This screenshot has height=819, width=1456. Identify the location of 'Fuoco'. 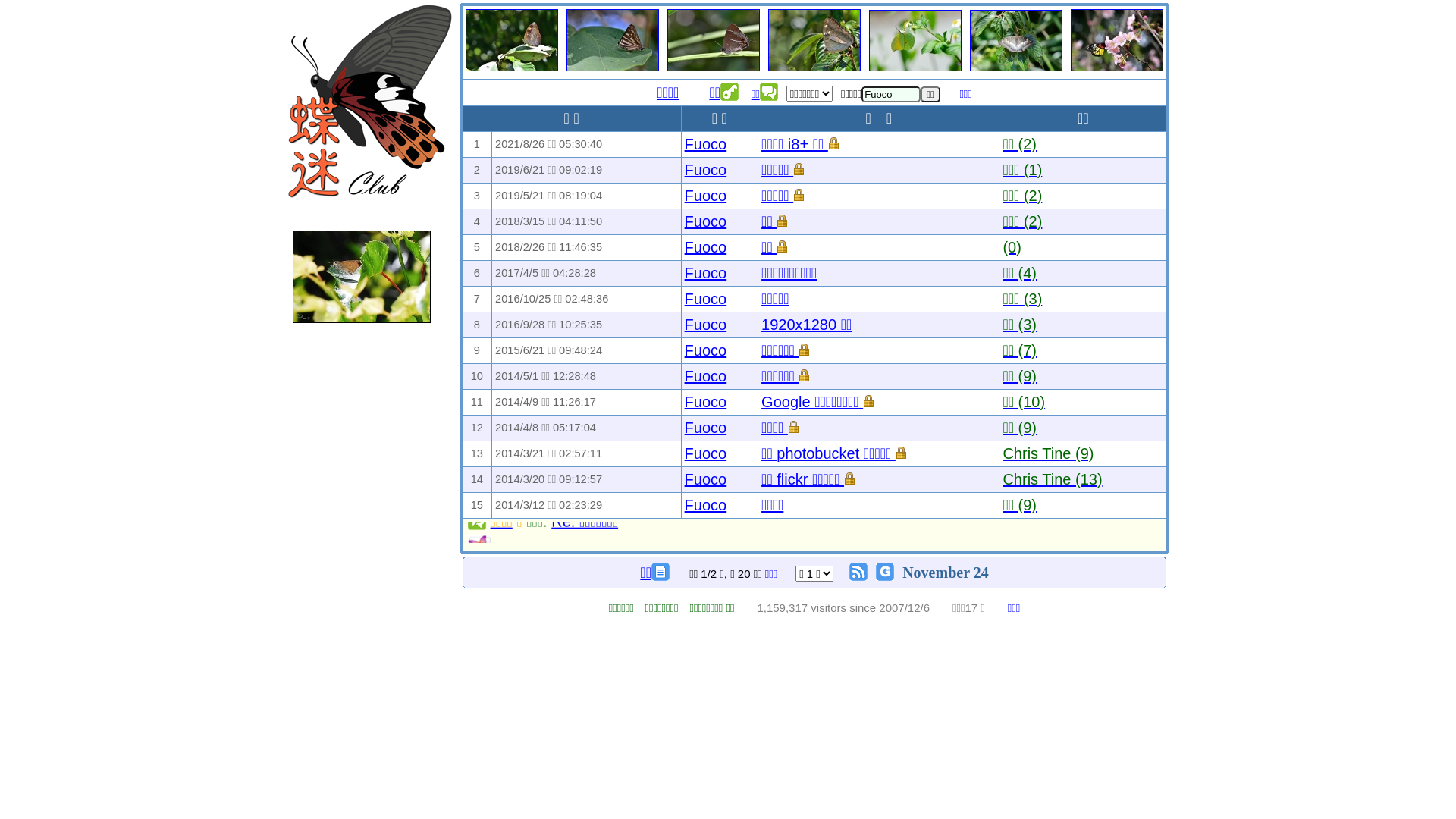
(705, 479).